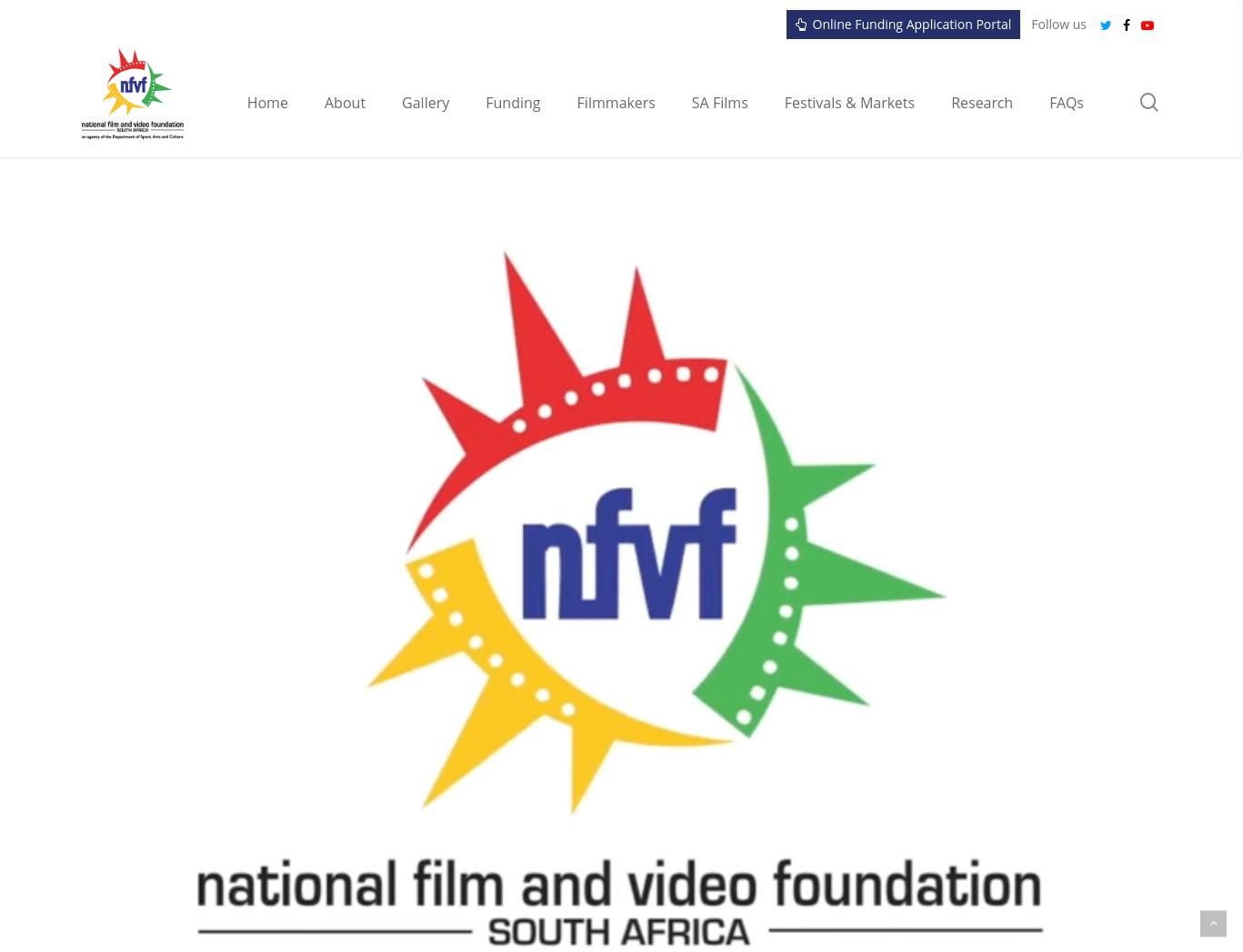 The image size is (1243, 952). I want to click on 'Follow us', so click(1058, 23).